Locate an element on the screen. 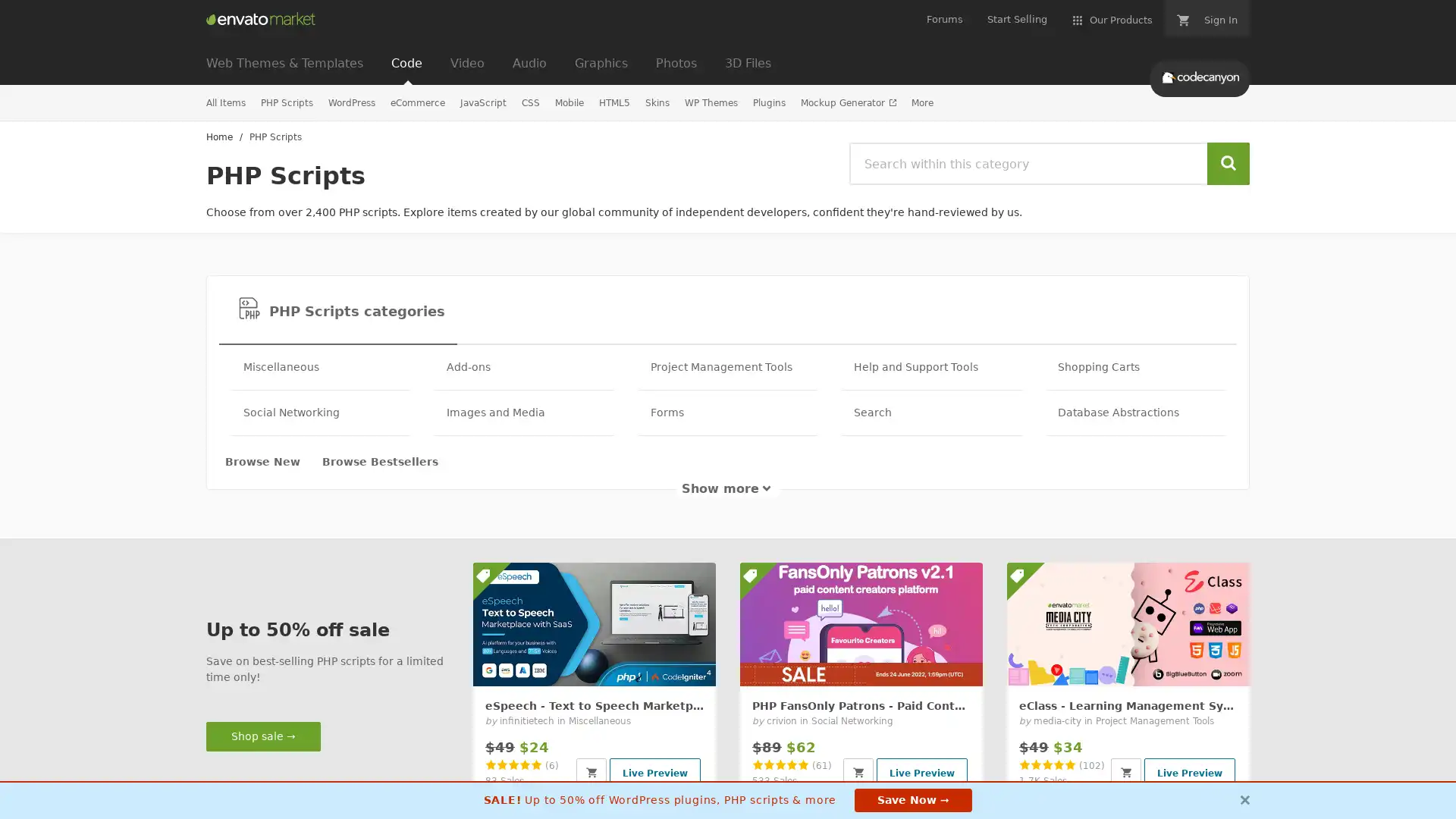  Add to cart is located at coordinates (858, 772).